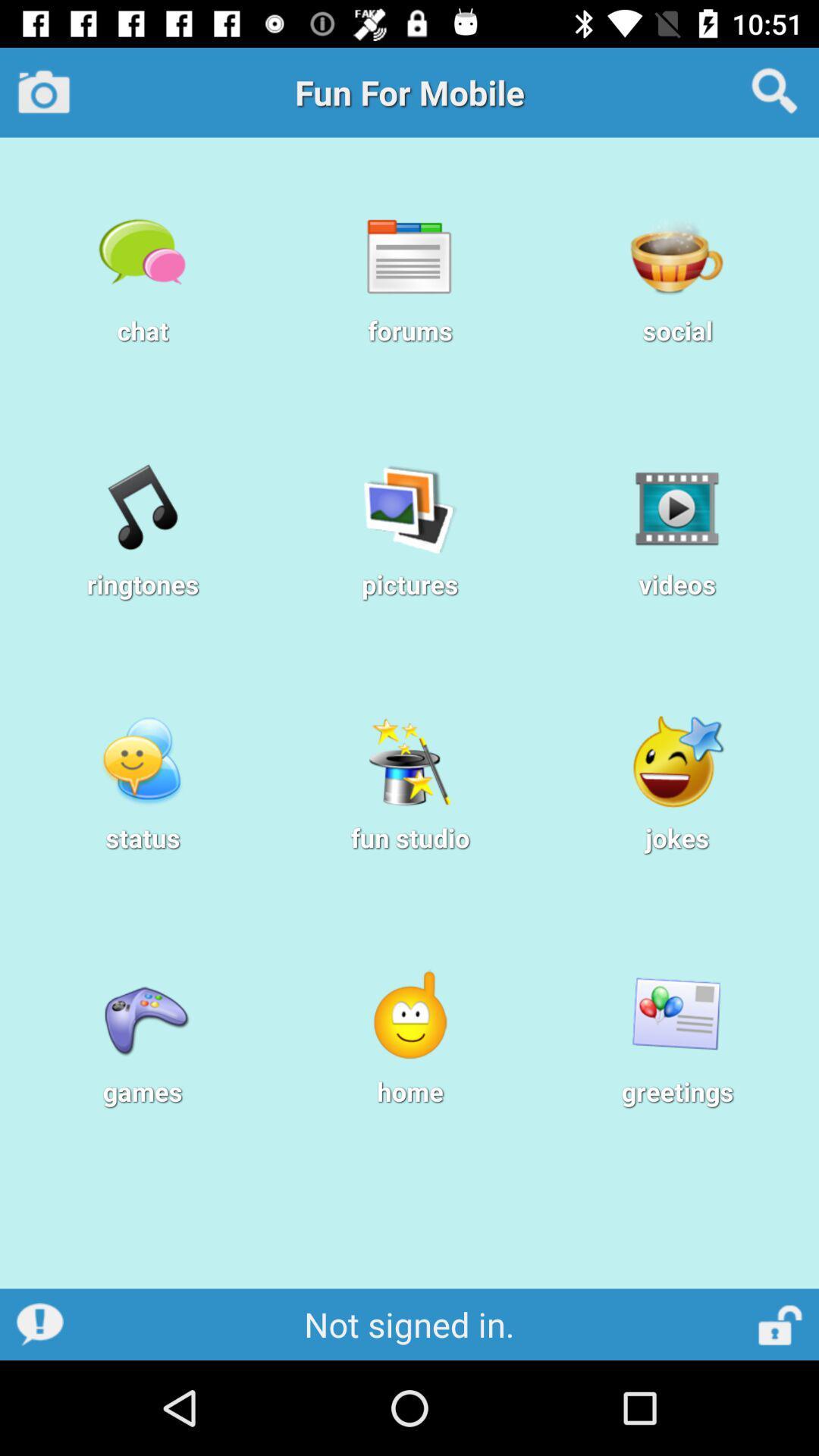 This screenshot has height=1456, width=819. I want to click on the icon above the ringtones, so click(143, 509).